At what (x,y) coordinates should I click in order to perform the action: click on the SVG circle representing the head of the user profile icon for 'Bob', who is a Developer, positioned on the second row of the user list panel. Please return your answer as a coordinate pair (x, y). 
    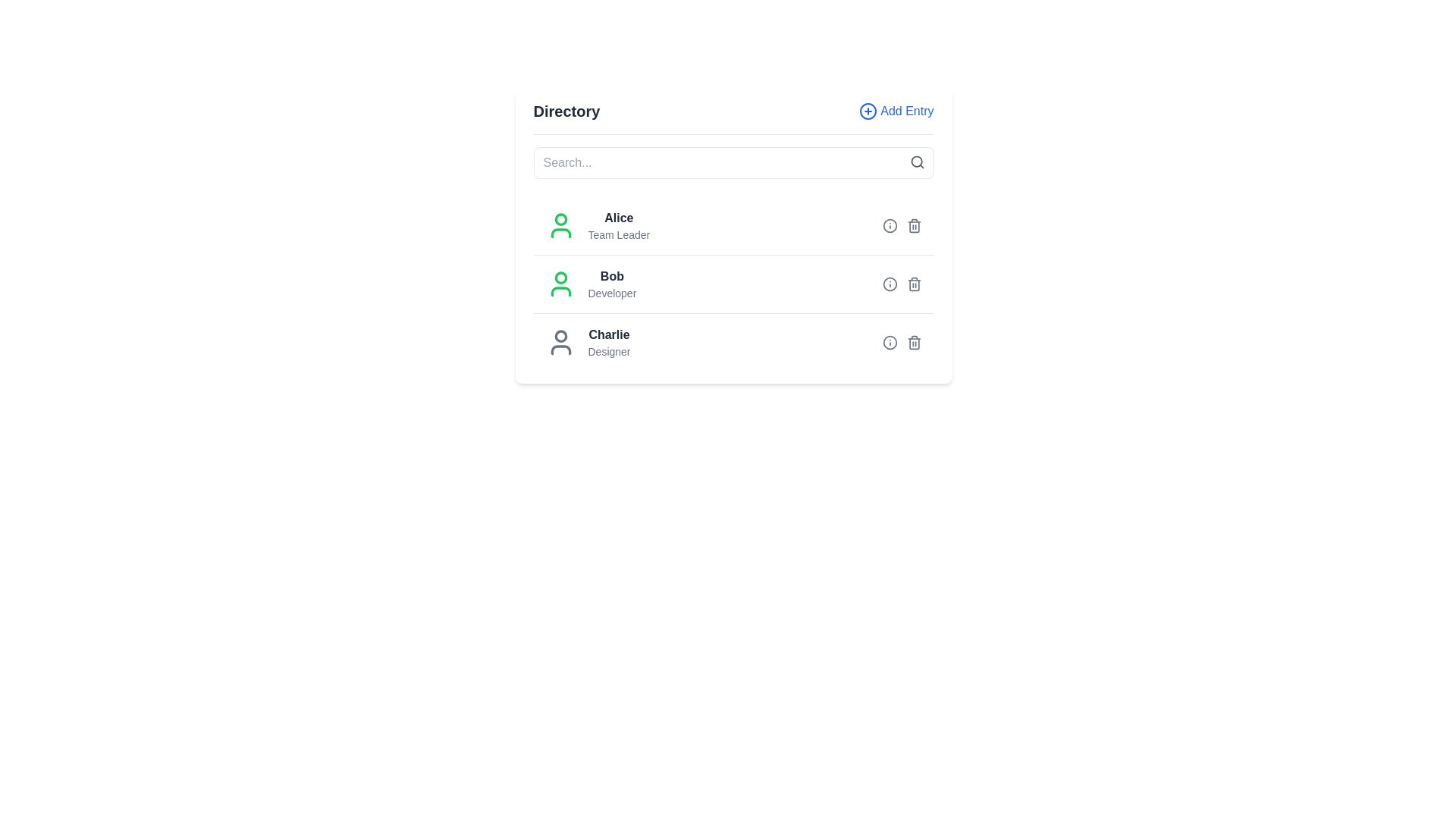
    Looking at the image, I should click on (560, 278).